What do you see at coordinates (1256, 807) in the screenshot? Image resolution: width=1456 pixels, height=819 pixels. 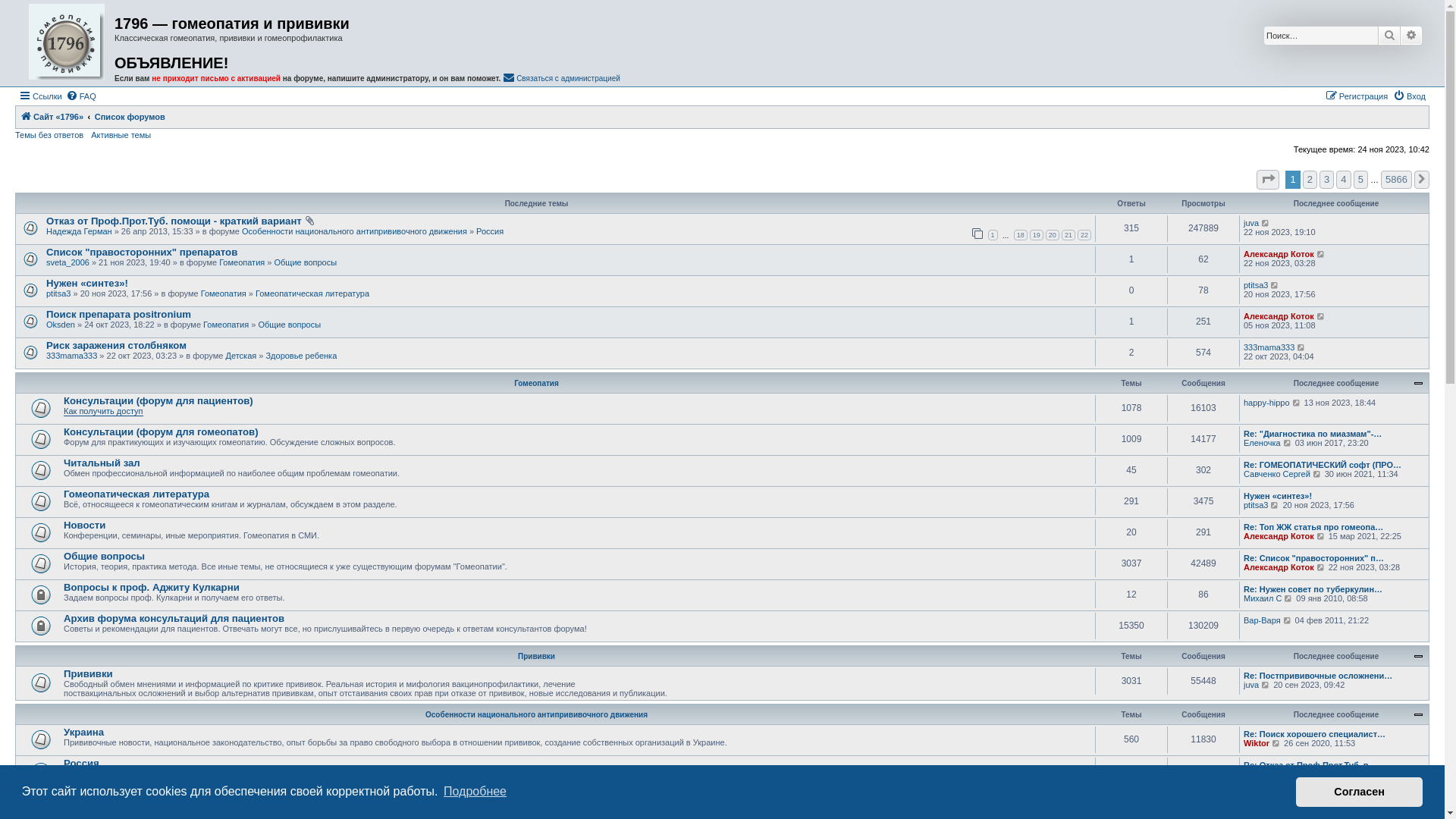 I see `'mitrula'` at bounding box center [1256, 807].